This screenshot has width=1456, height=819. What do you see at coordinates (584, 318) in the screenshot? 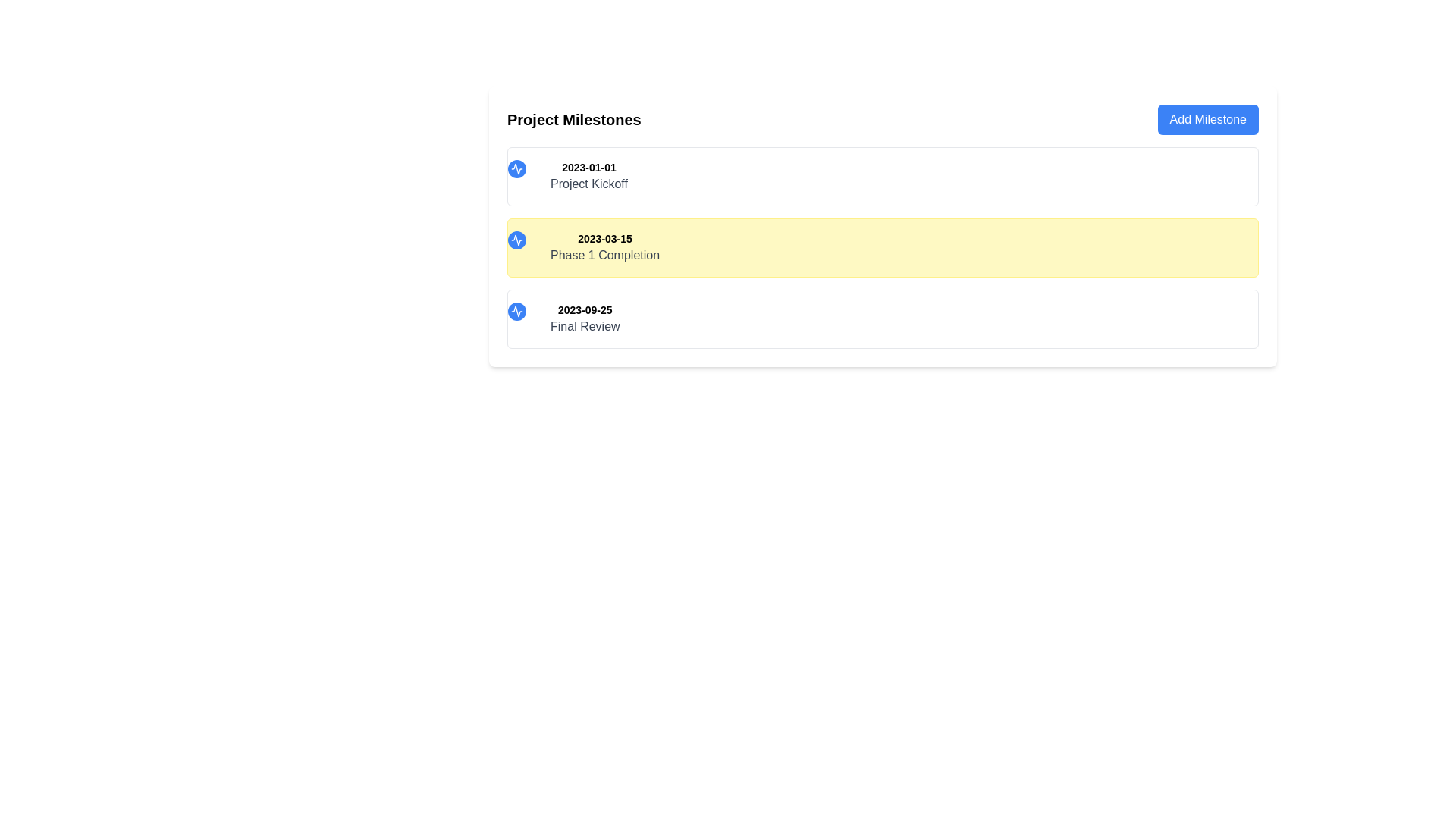
I see `the 'Final Review' milestone text display in the 'Project Milestones' list, which shows the date '2023-09-25'` at bounding box center [584, 318].